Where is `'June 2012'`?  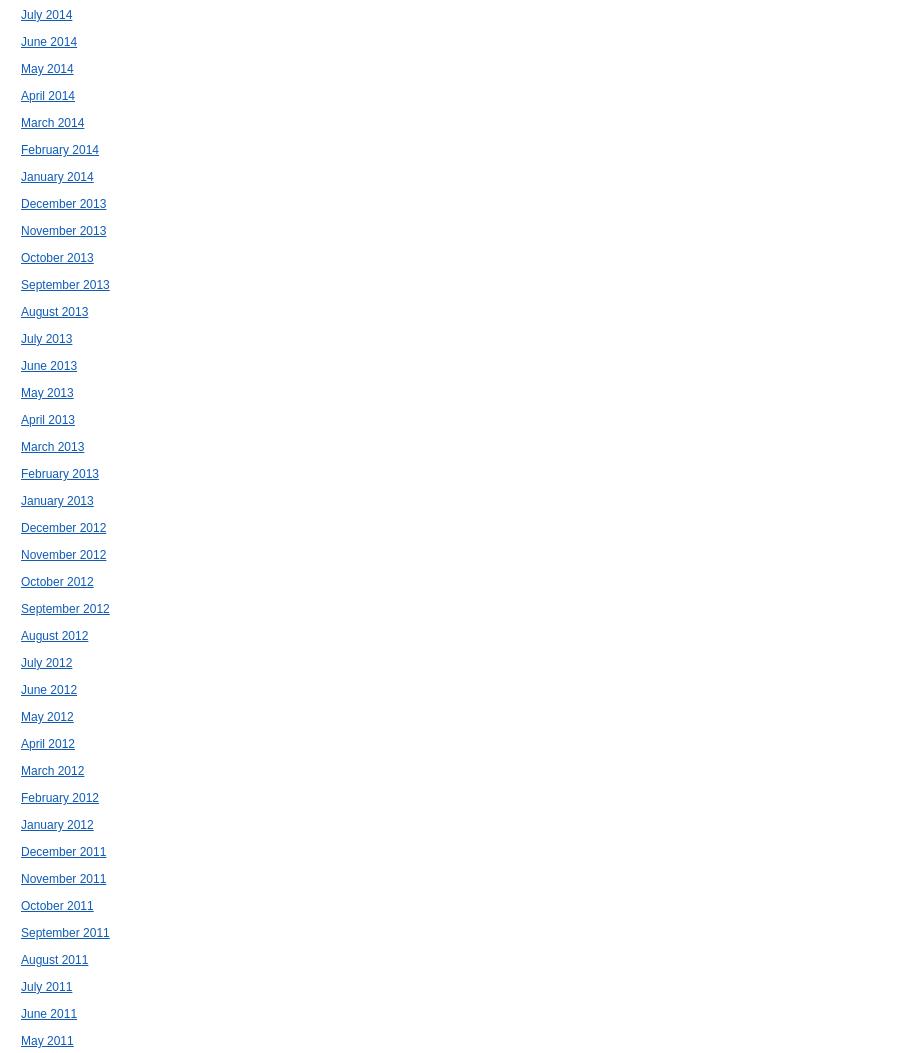 'June 2012' is located at coordinates (47, 690).